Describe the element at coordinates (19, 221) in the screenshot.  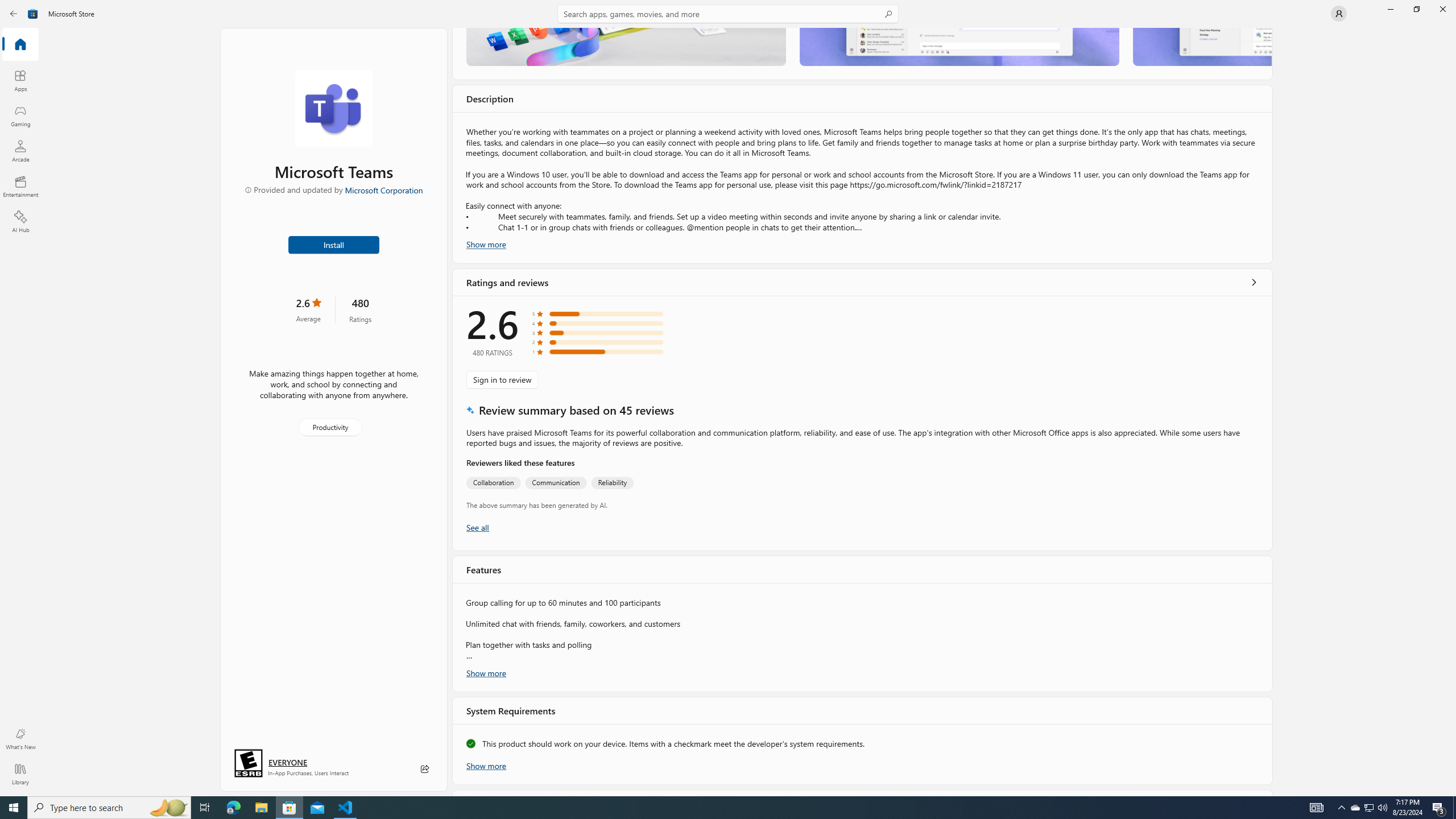
I see `'AI Hub'` at that location.